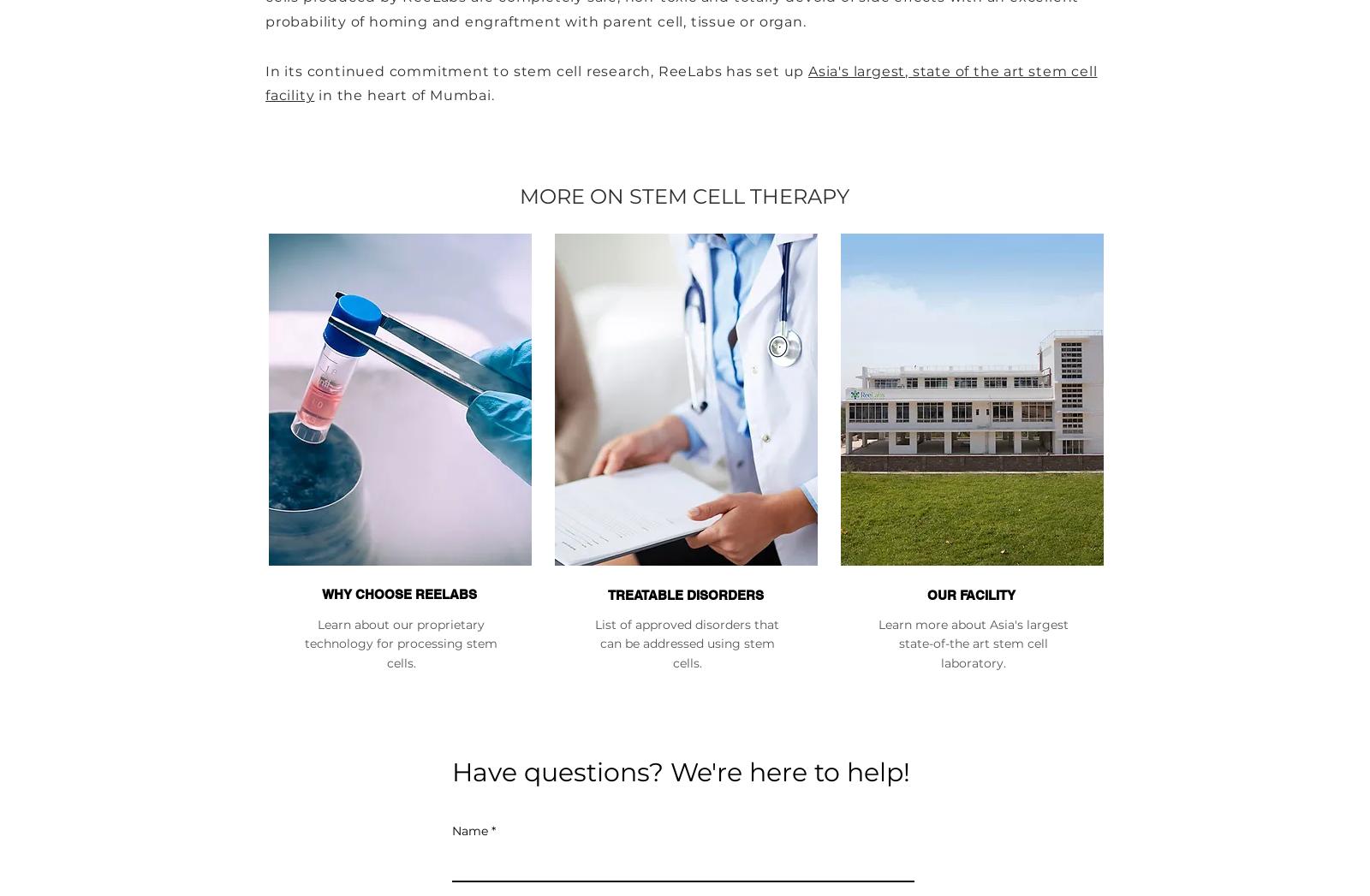  I want to click on 'Asia's largest, state of the art stem cell facility', so click(681, 81).